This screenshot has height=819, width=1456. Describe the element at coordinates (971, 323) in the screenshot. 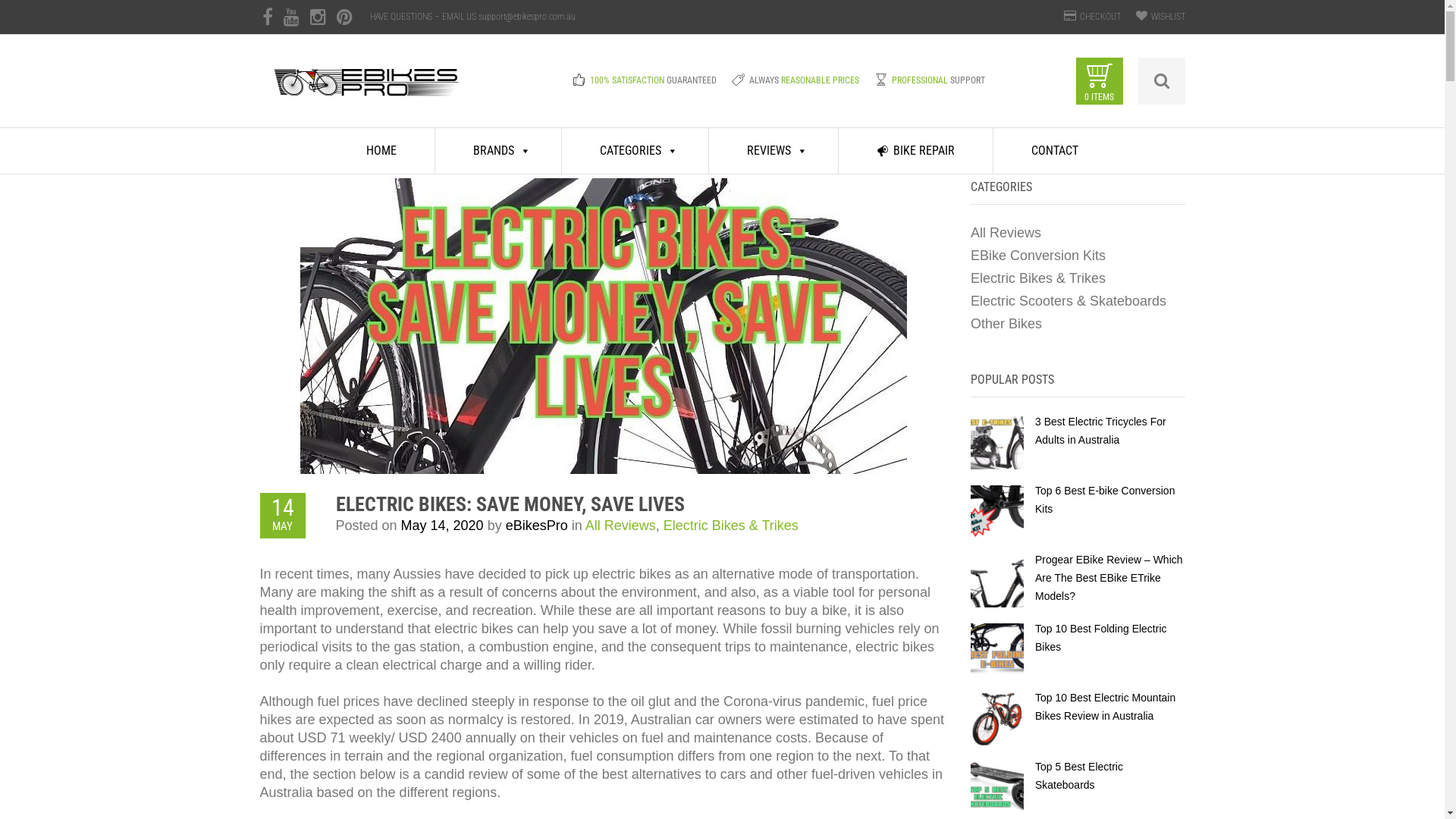

I see `'Other Bikes'` at that location.